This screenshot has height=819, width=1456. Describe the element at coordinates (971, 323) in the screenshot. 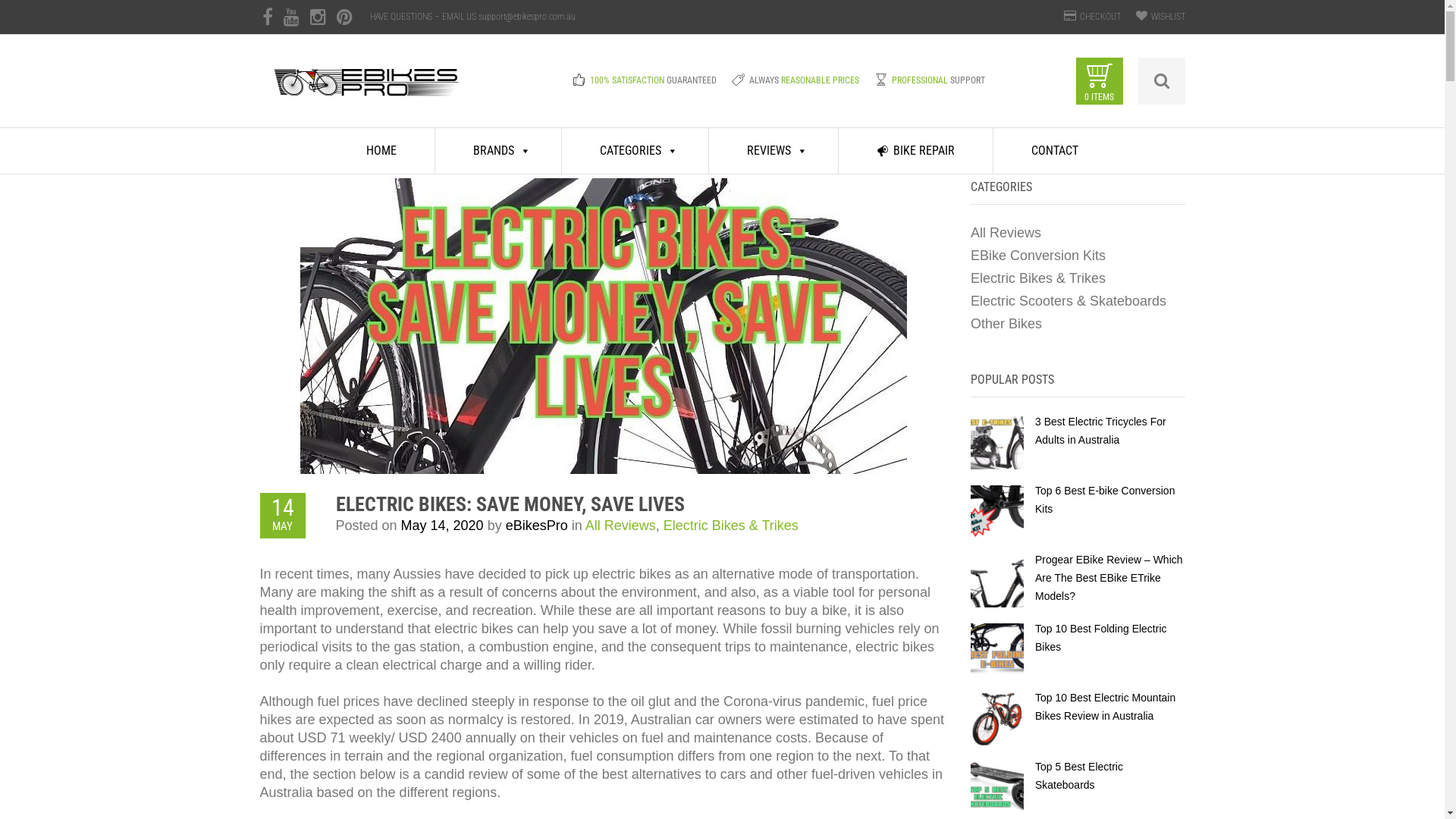

I see `'Other Bikes'` at that location.